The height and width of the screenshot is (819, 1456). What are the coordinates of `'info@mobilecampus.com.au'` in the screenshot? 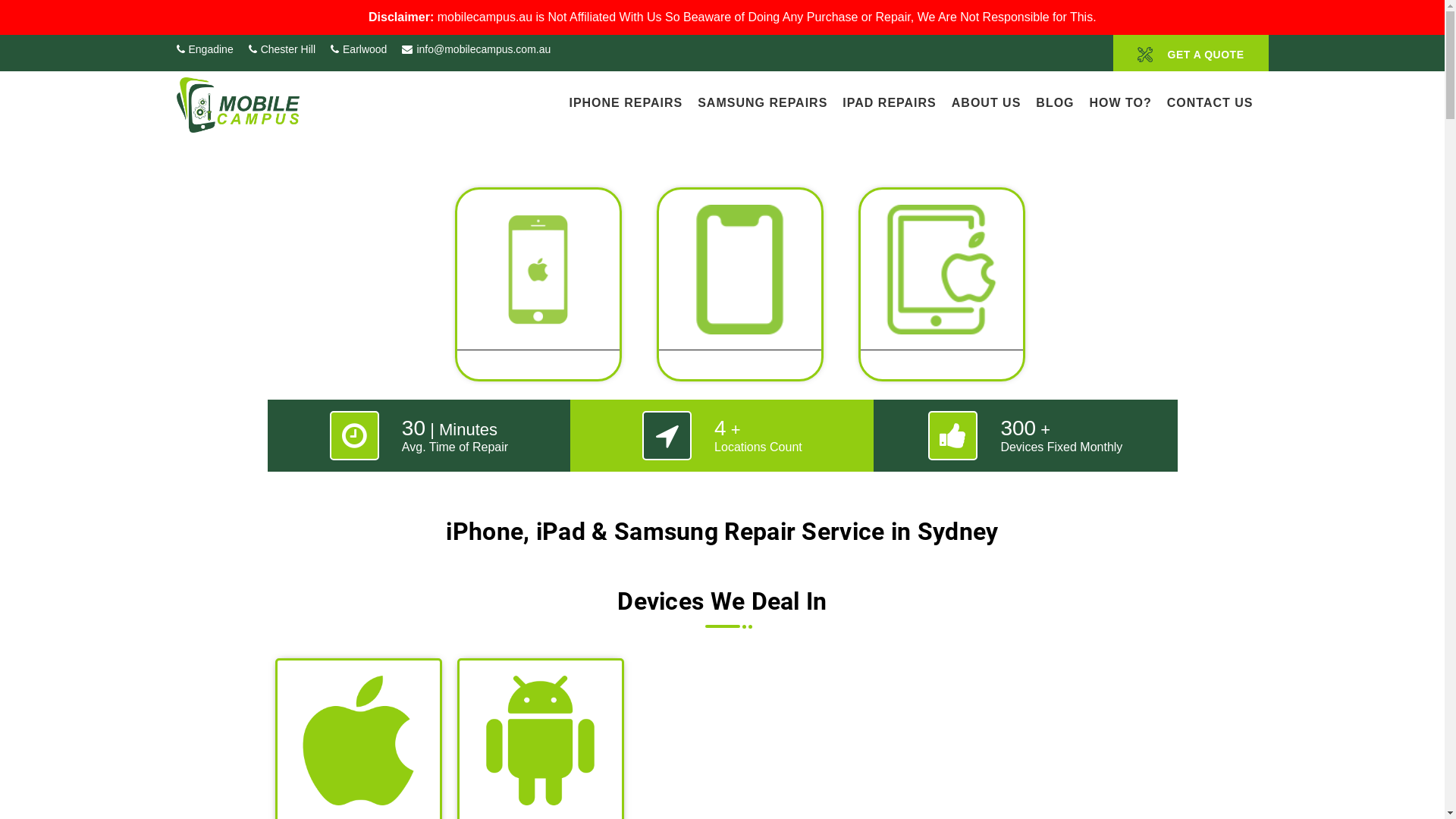 It's located at (475, 49).